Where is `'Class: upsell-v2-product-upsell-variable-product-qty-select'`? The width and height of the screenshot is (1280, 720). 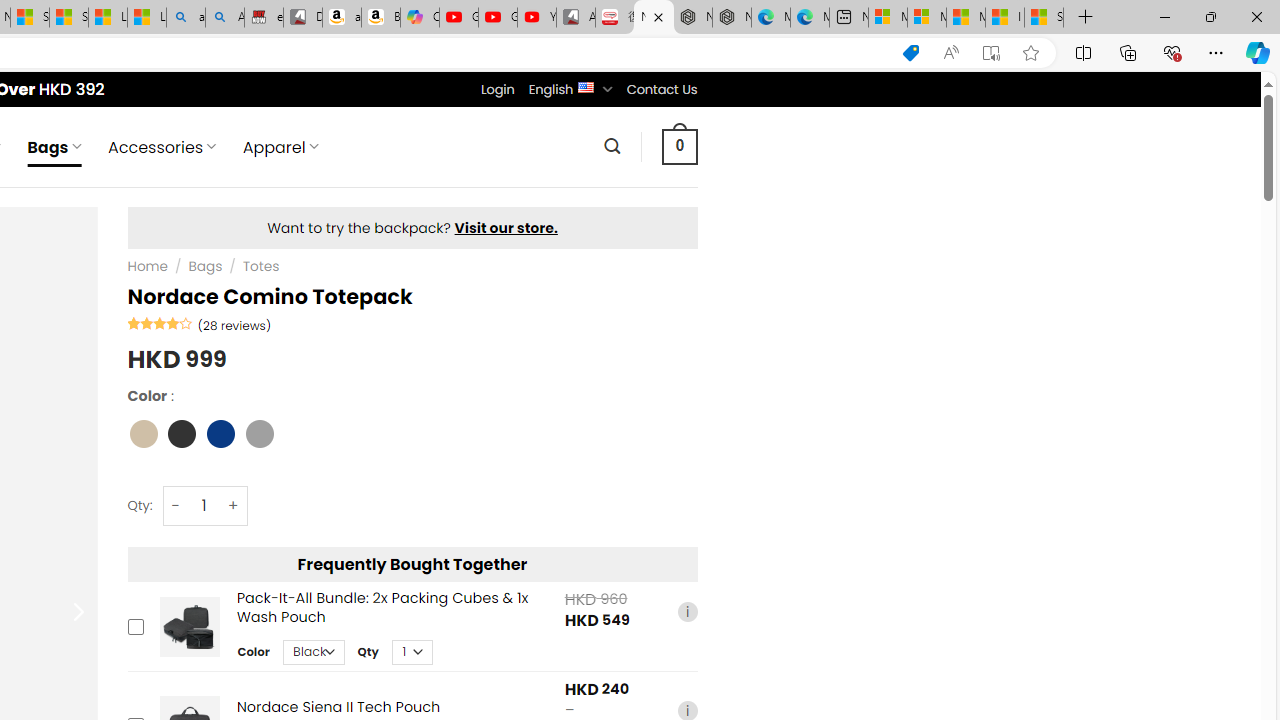 'Class: upsell-v2-product-upsell-variable-product-qty-select' is located at coordinates (410, 652).